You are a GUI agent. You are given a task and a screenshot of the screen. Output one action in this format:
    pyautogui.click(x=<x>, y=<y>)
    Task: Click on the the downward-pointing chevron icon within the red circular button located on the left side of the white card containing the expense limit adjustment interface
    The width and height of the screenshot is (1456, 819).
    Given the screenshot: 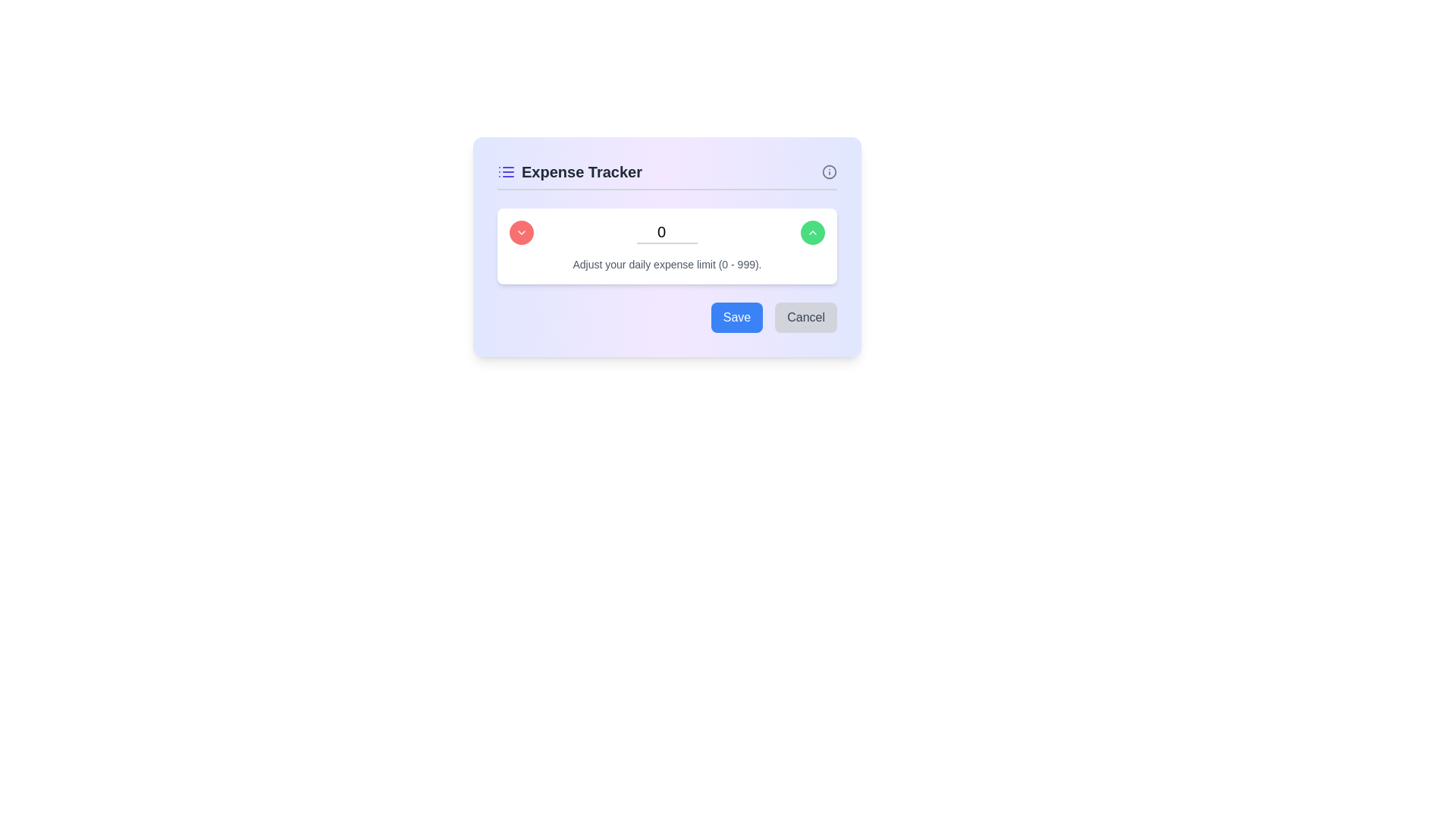 What is the action you would take?
    pyautogui.click(x=521, y=233)
    